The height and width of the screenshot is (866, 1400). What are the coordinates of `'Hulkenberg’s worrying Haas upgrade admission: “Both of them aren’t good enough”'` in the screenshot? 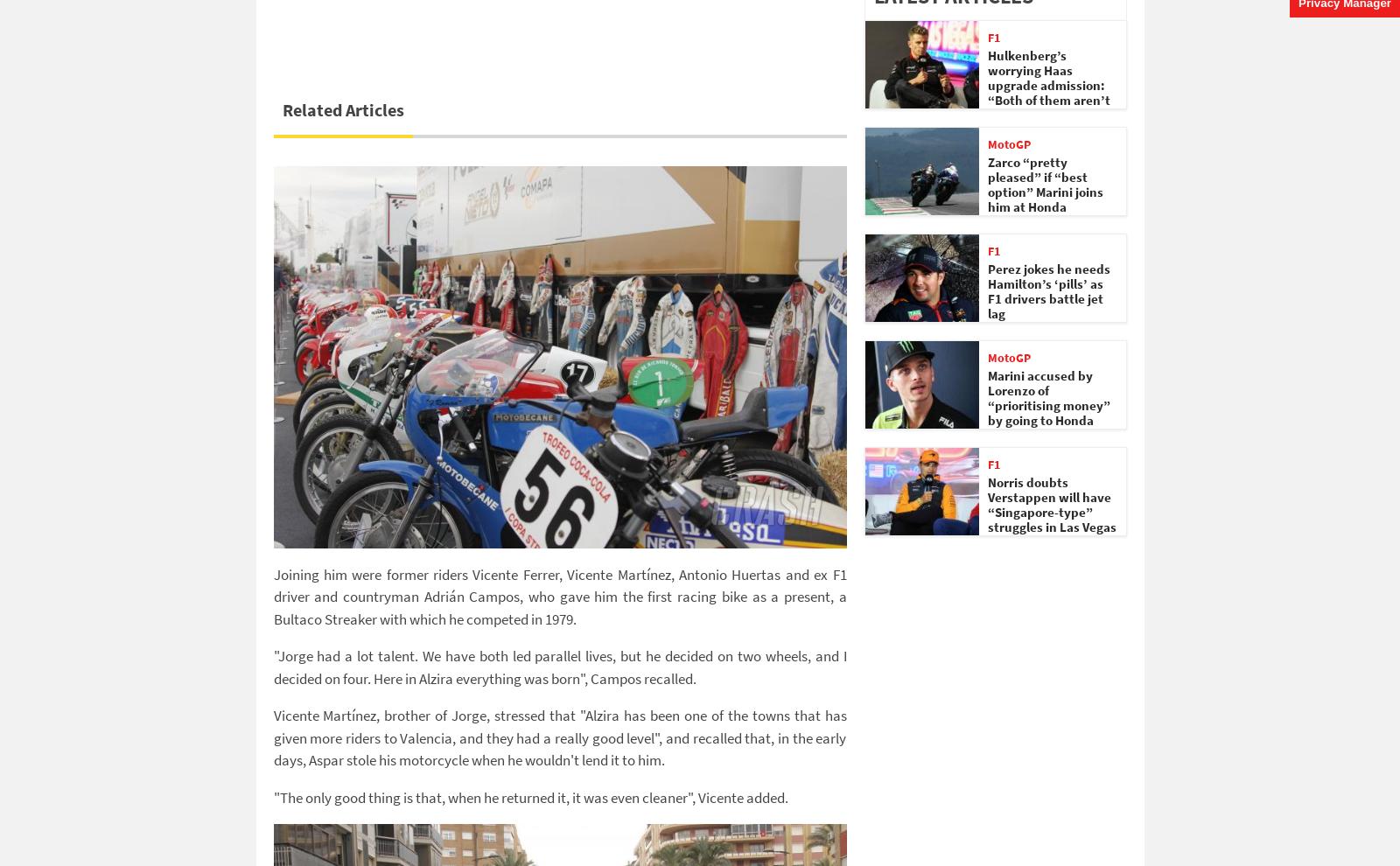 It's located at (1048, 85).